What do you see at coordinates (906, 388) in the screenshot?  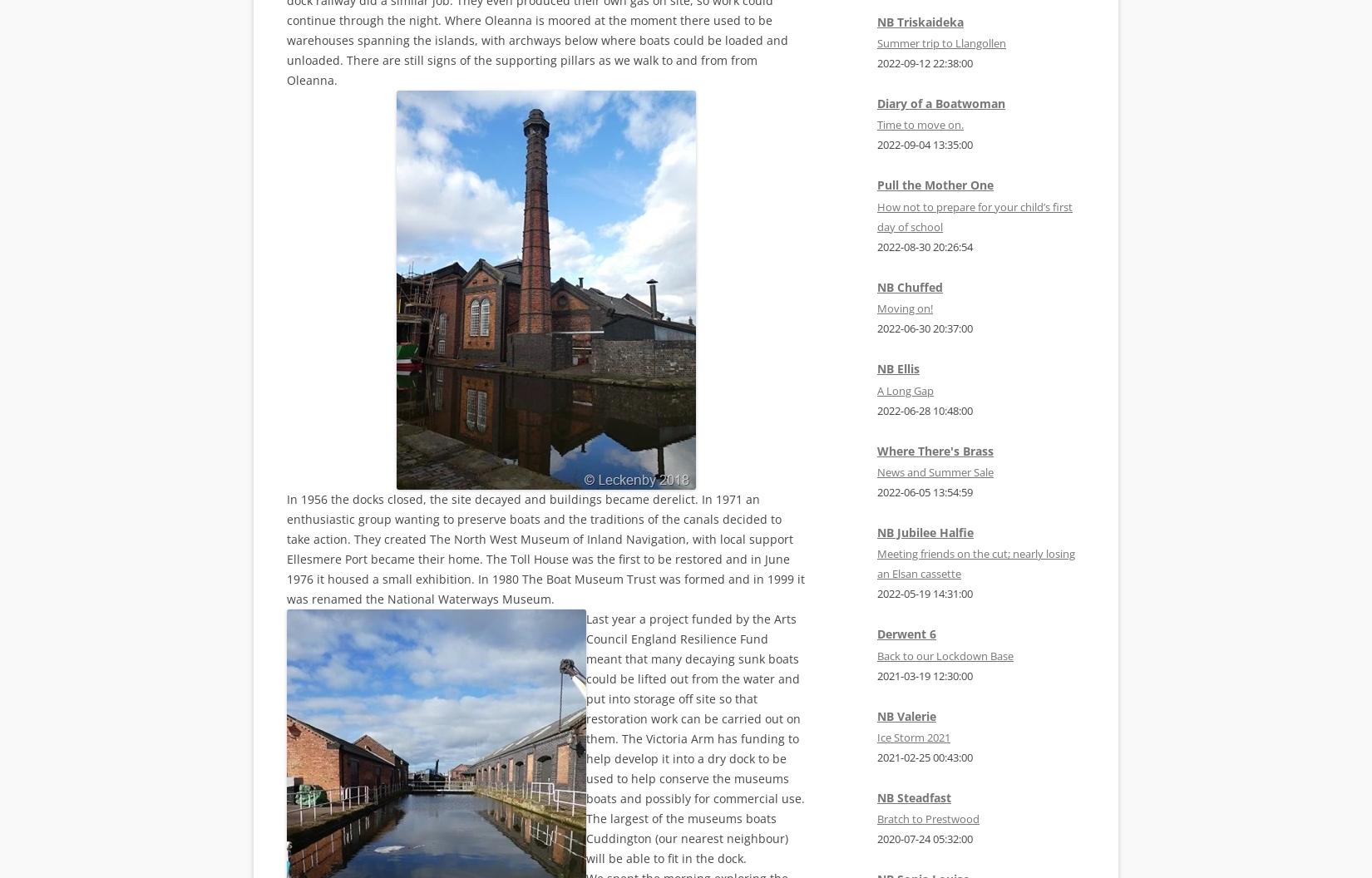 I see `'A Long Gap'` at bounding box center [906, 388].